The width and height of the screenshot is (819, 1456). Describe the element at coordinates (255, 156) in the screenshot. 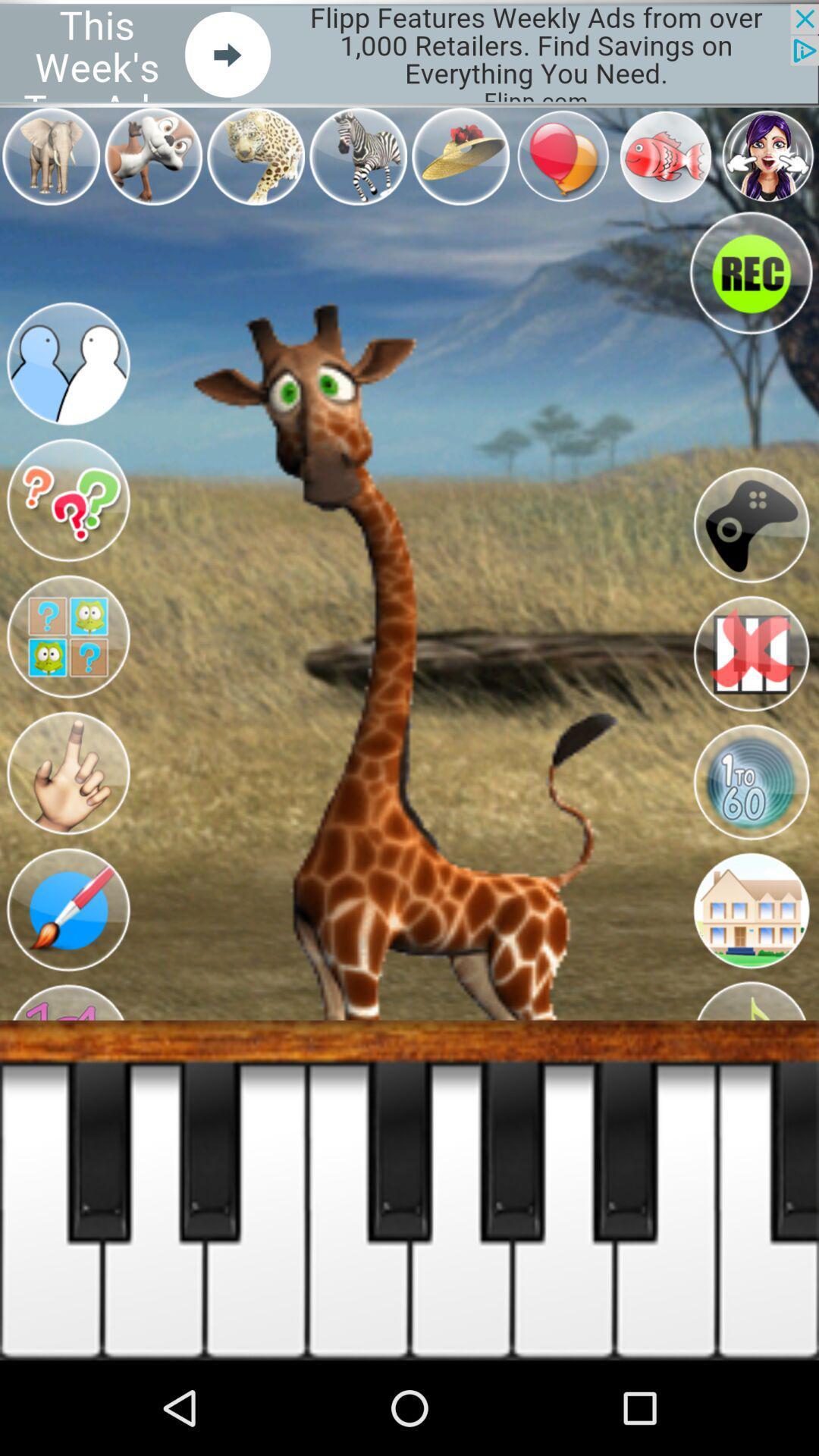

I see `the third image in the first row from the top` at that location.